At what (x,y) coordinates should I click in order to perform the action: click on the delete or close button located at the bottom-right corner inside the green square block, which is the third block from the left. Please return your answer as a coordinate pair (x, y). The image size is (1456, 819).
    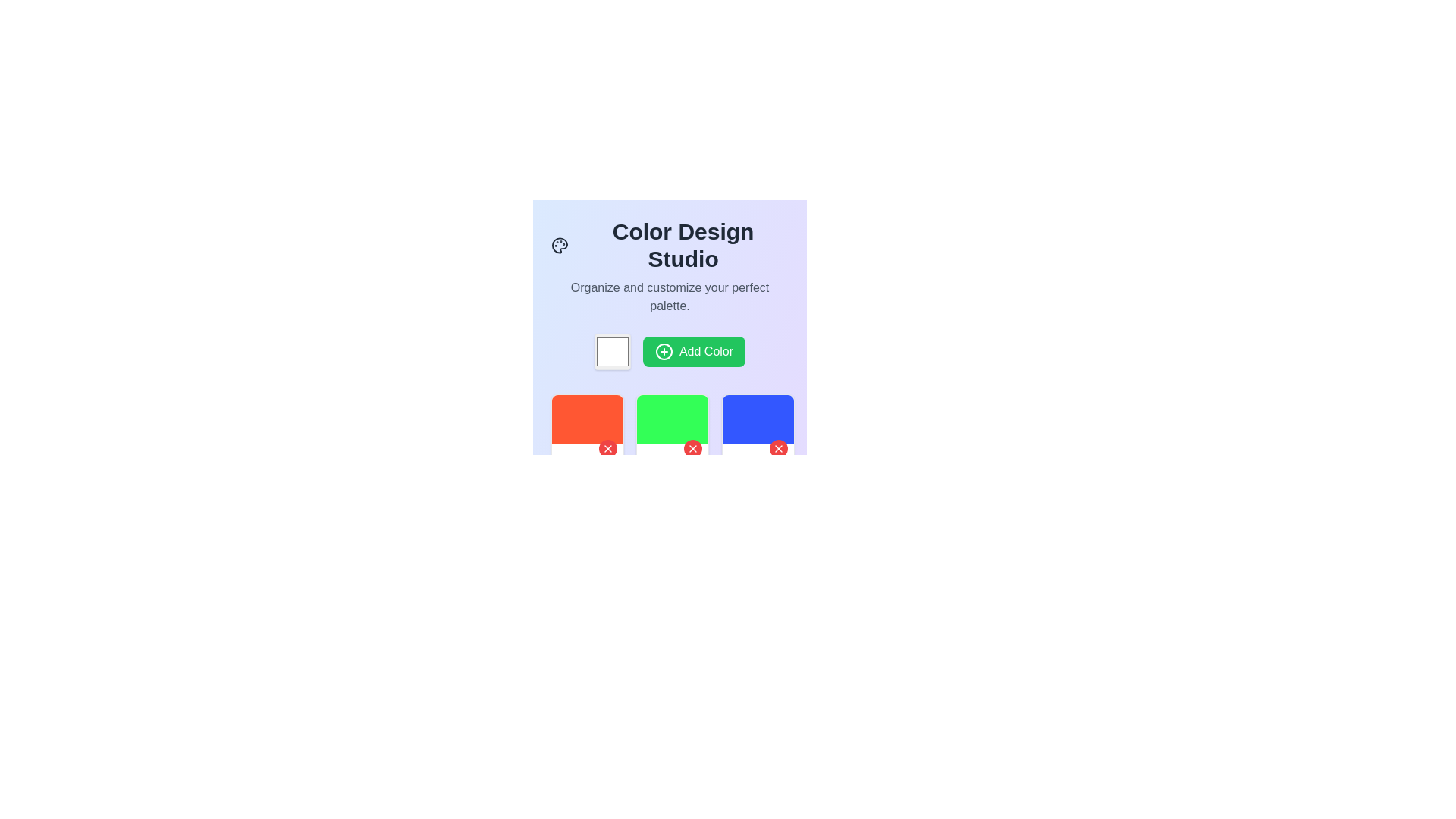
    Looking at the image, I should click on (692, 449).